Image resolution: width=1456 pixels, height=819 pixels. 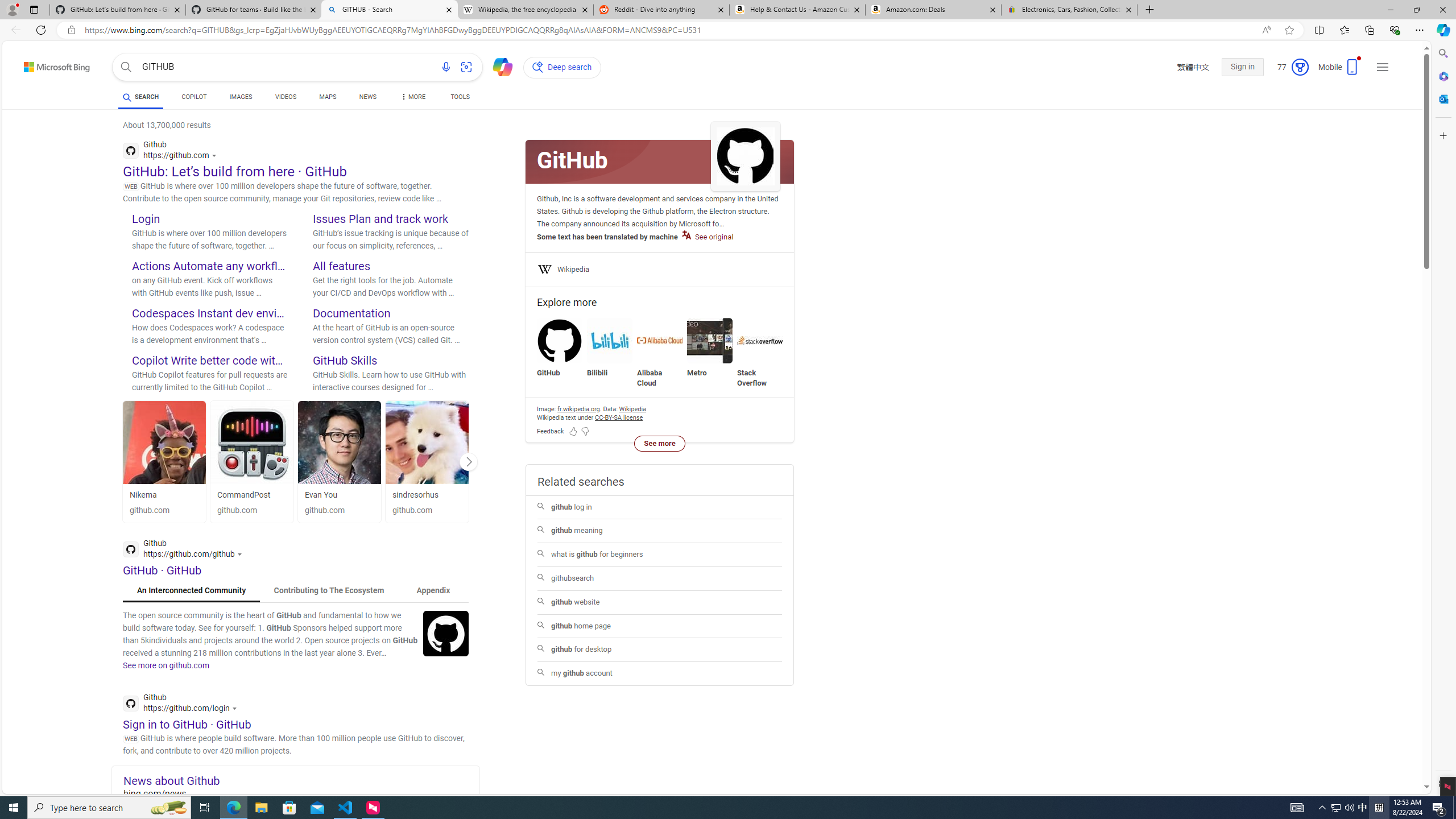 What do you see at coordinates (932, 9) in the screenshot?
I see `'Amazon.com: Deals'` at bounding box center [932, 9].